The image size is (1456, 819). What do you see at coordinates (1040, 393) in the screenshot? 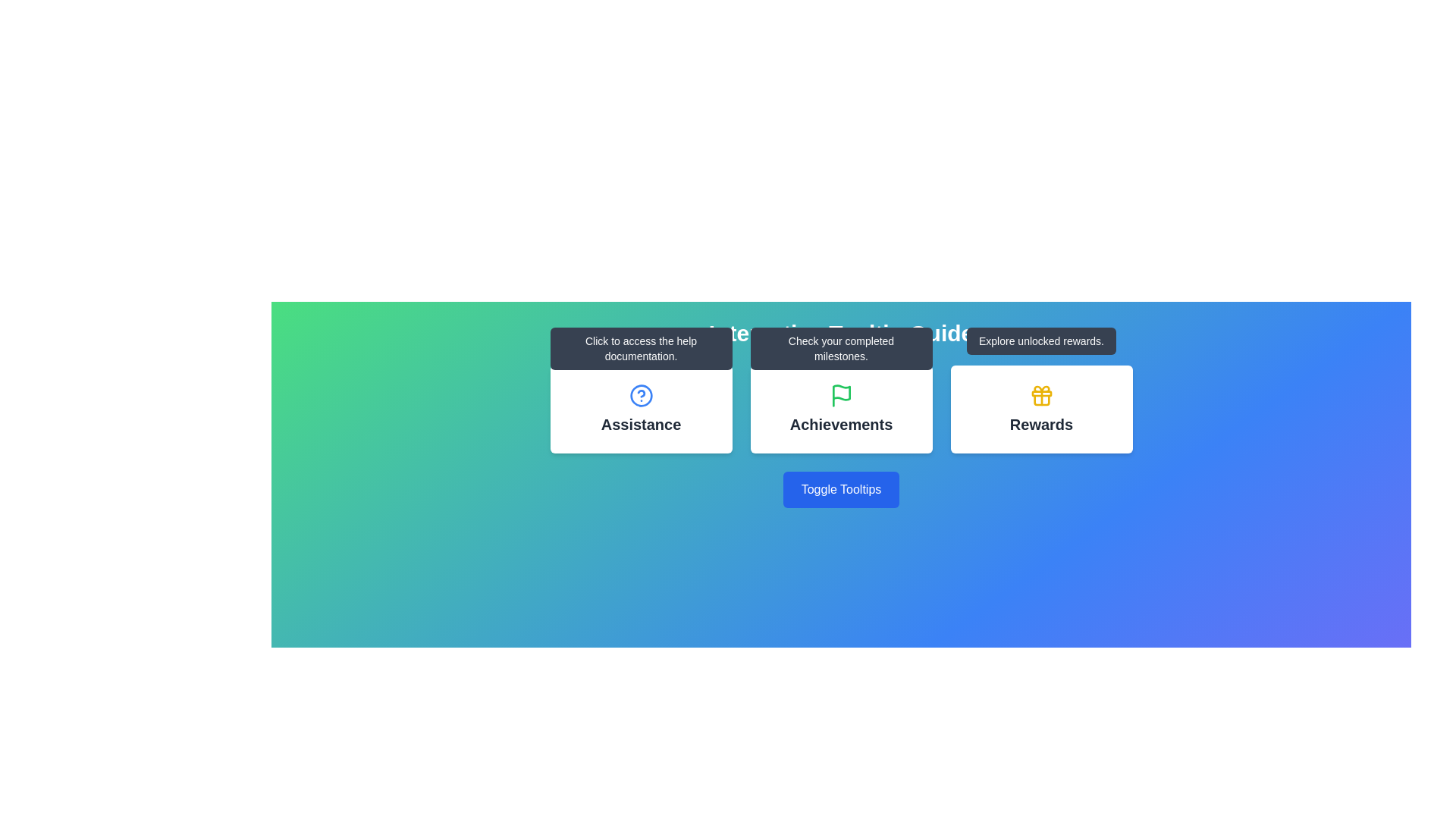
I see `the decorative SVG component that is part of the gift icon located at the top of the 'Rewards' card` at bounding box center [1040, 393].